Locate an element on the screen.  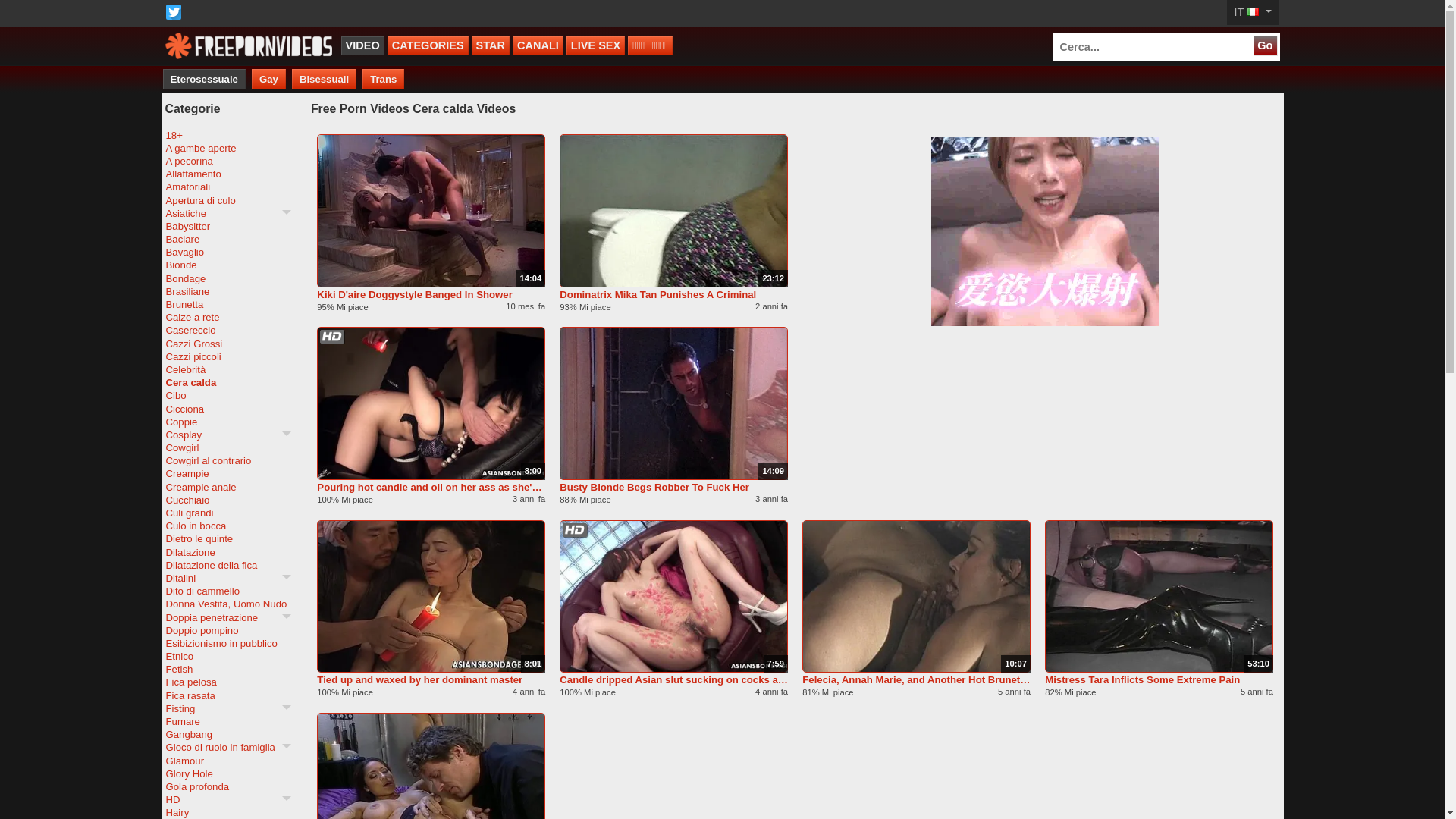
'Cibo' is located at coordinates (227, 394).